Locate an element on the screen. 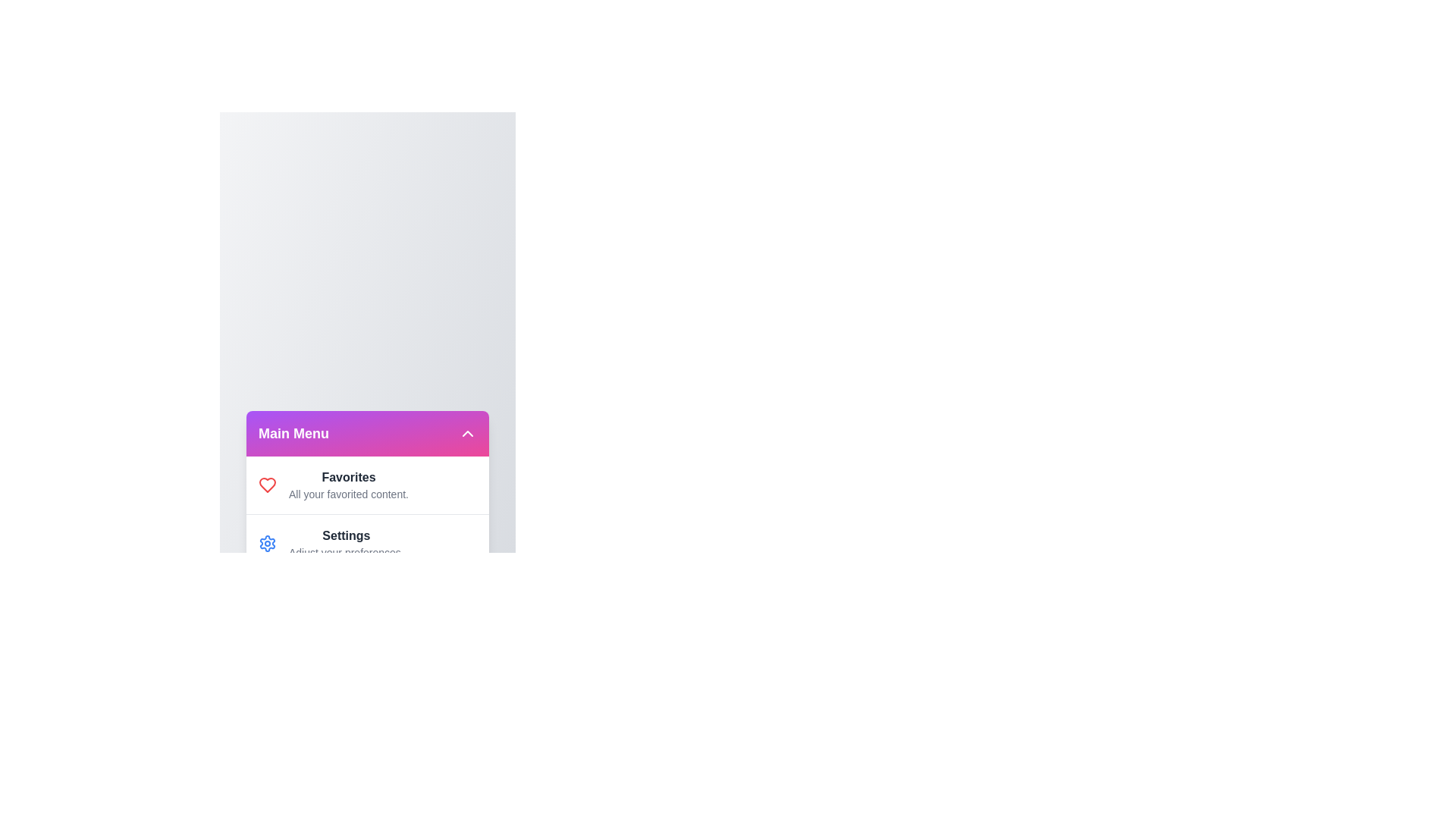 This screenshot has height=819, width=1456. the menu item Settings from the menu is located at coordinates (268, 542).